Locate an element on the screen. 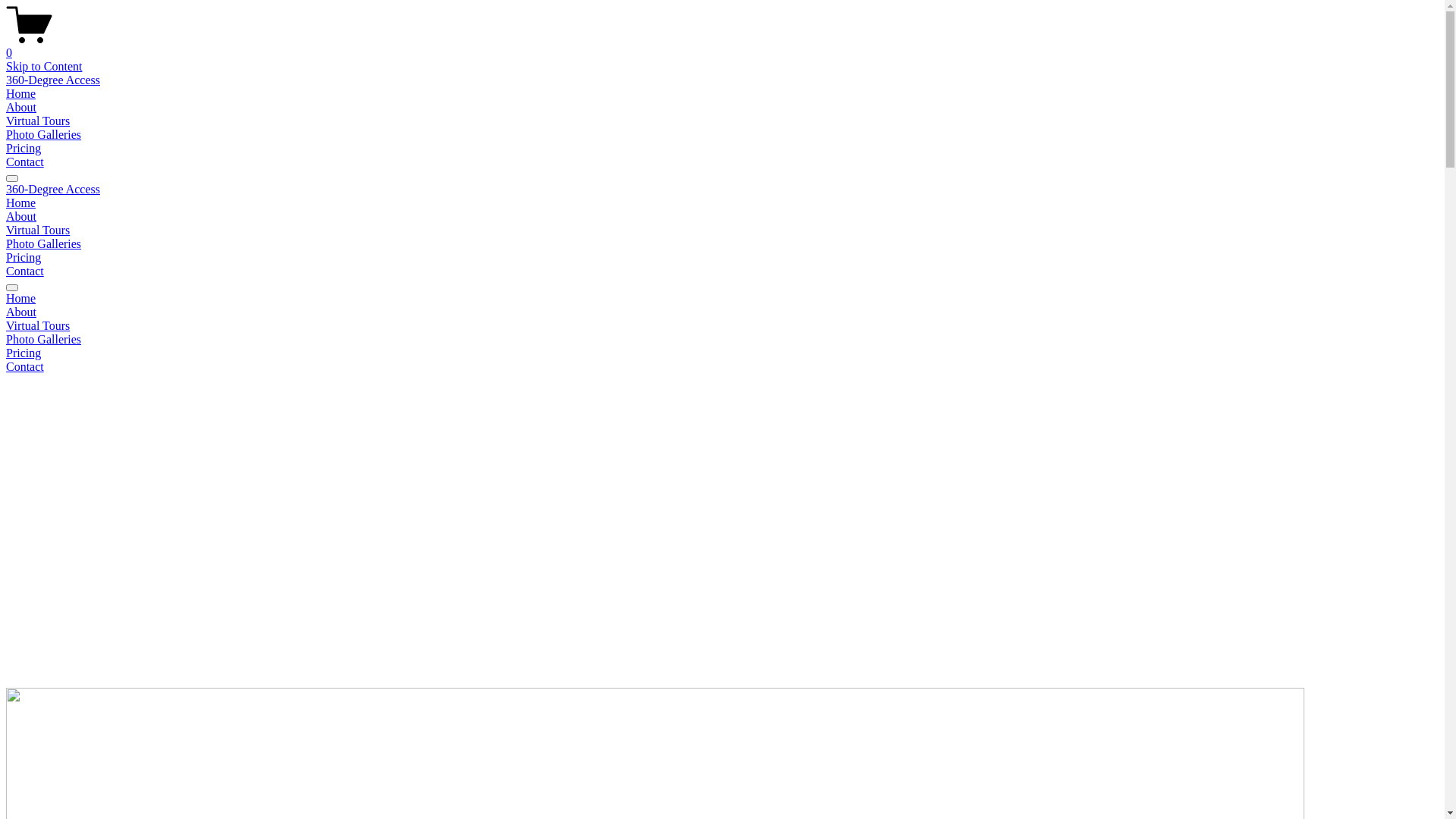  'Pricing' is located at coordinates (721, 353).